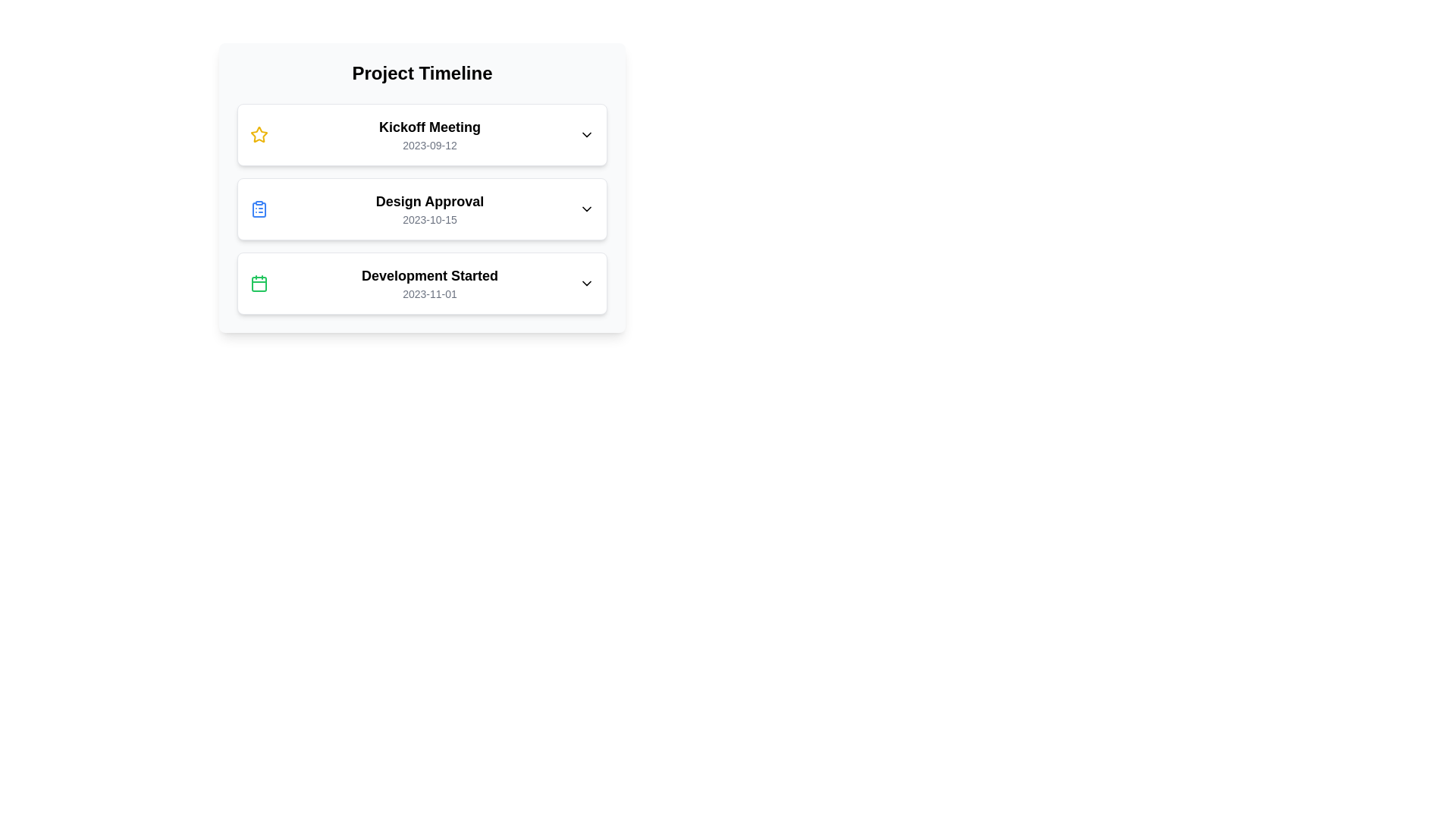 Image resolution: width=1456 pixels, height=819 pixels. Describe the element at coordinates (422, 209) in the screenshot. I see `the second horizontal list item that displays a title and date related to a project milestone or event` at that location.